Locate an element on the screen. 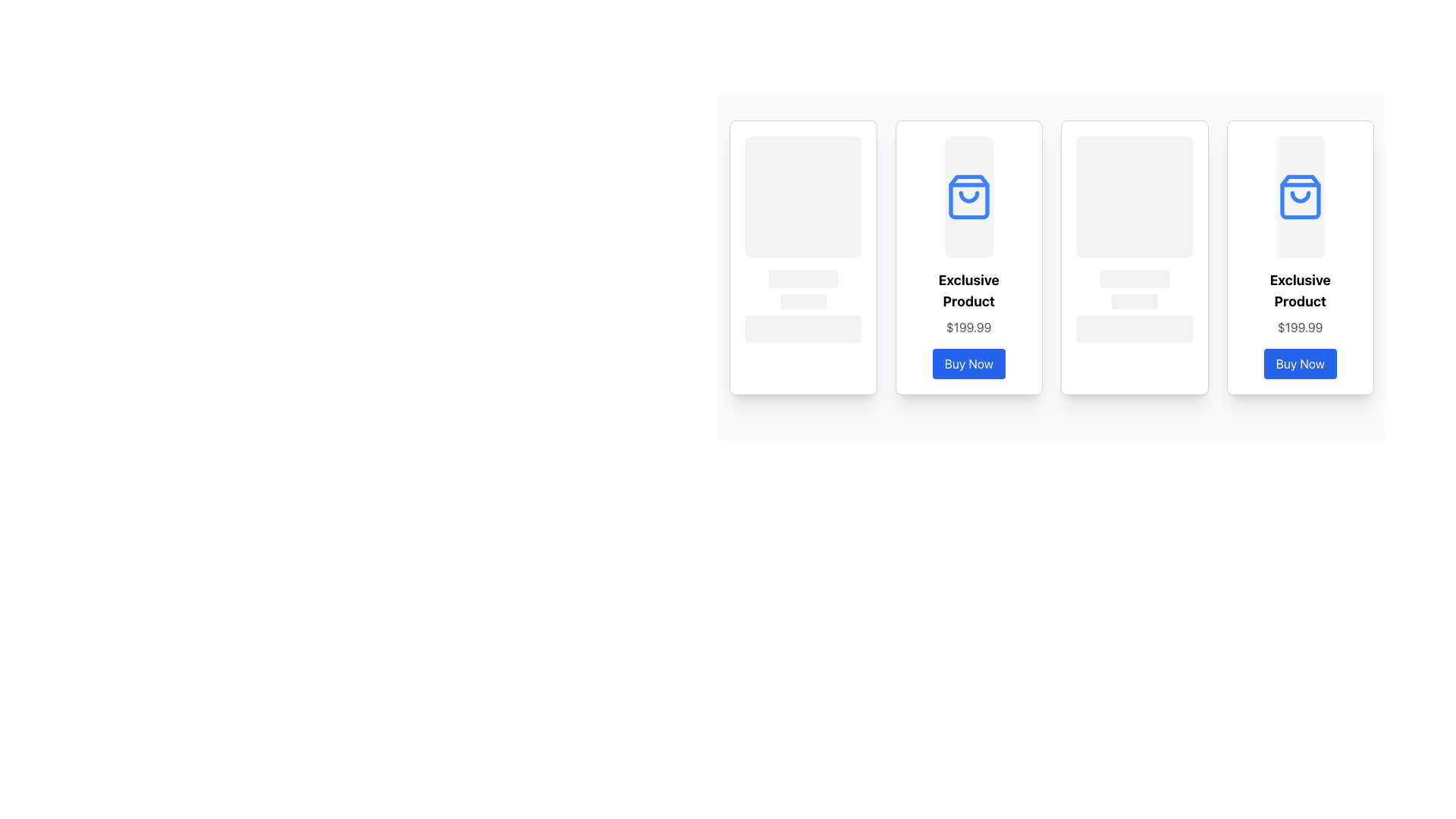 Image resolution: width=1456 pixels, height=819 pixels. the first Placeholder card component in the four-card grid layout, located at the top-left corner of the grid is located at coordinates (802, 256).